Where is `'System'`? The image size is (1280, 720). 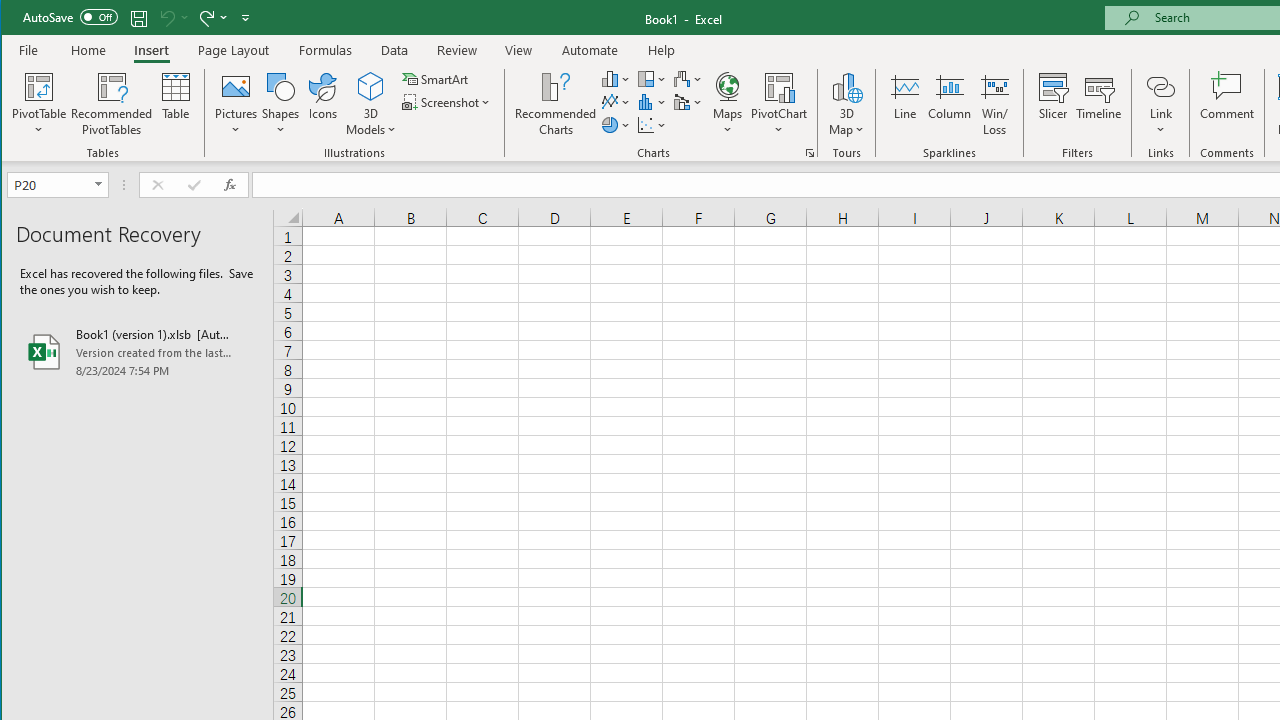 'System' is located at coordinates (19, 19).